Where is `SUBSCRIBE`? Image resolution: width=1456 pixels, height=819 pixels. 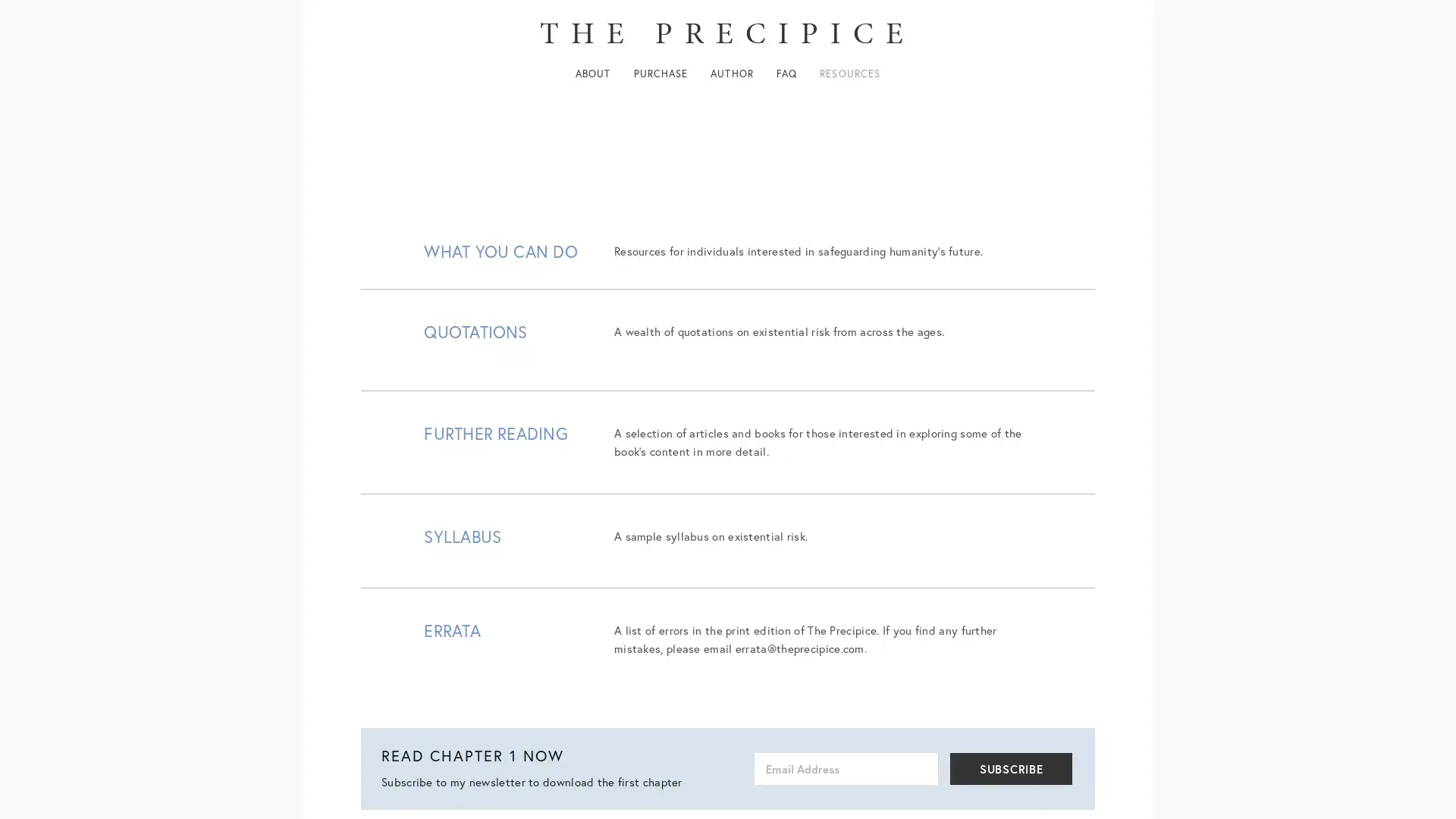 SUBSCRIBE is located at coordinates (1011, 769).